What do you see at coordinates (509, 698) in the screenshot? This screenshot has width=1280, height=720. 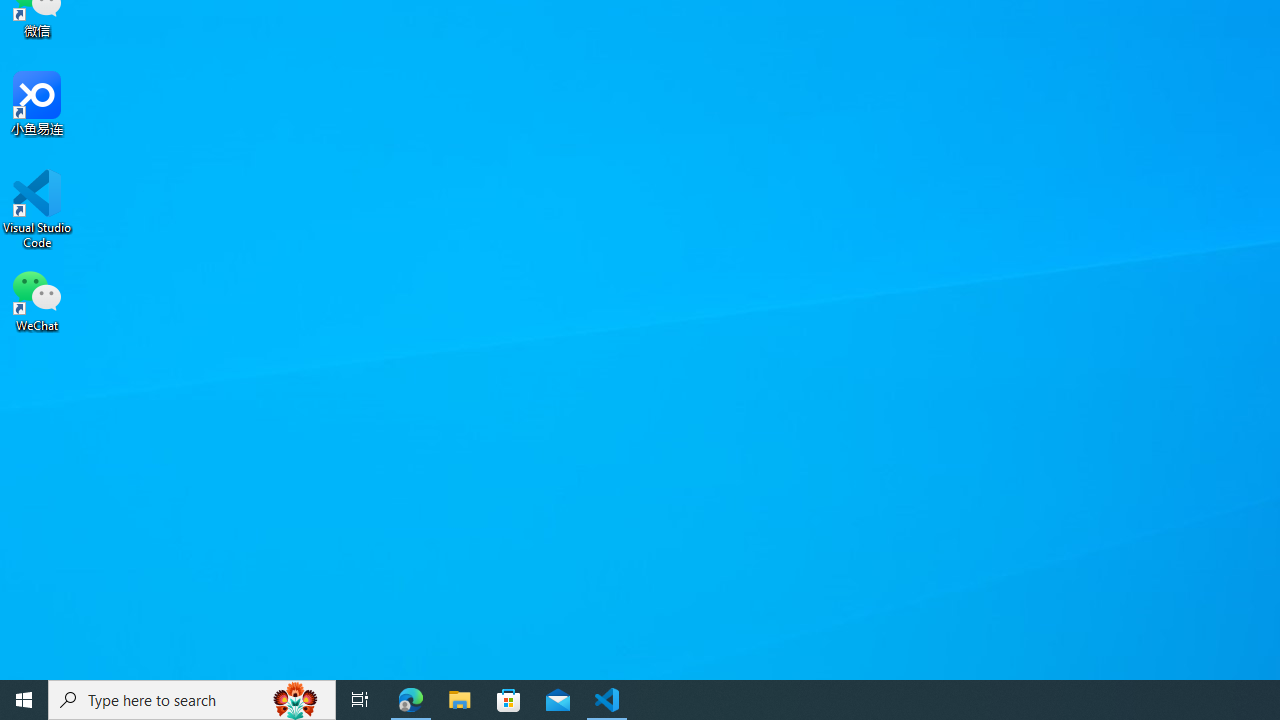 I see `'Microsoft Store'` at bounding box center [509, 698].